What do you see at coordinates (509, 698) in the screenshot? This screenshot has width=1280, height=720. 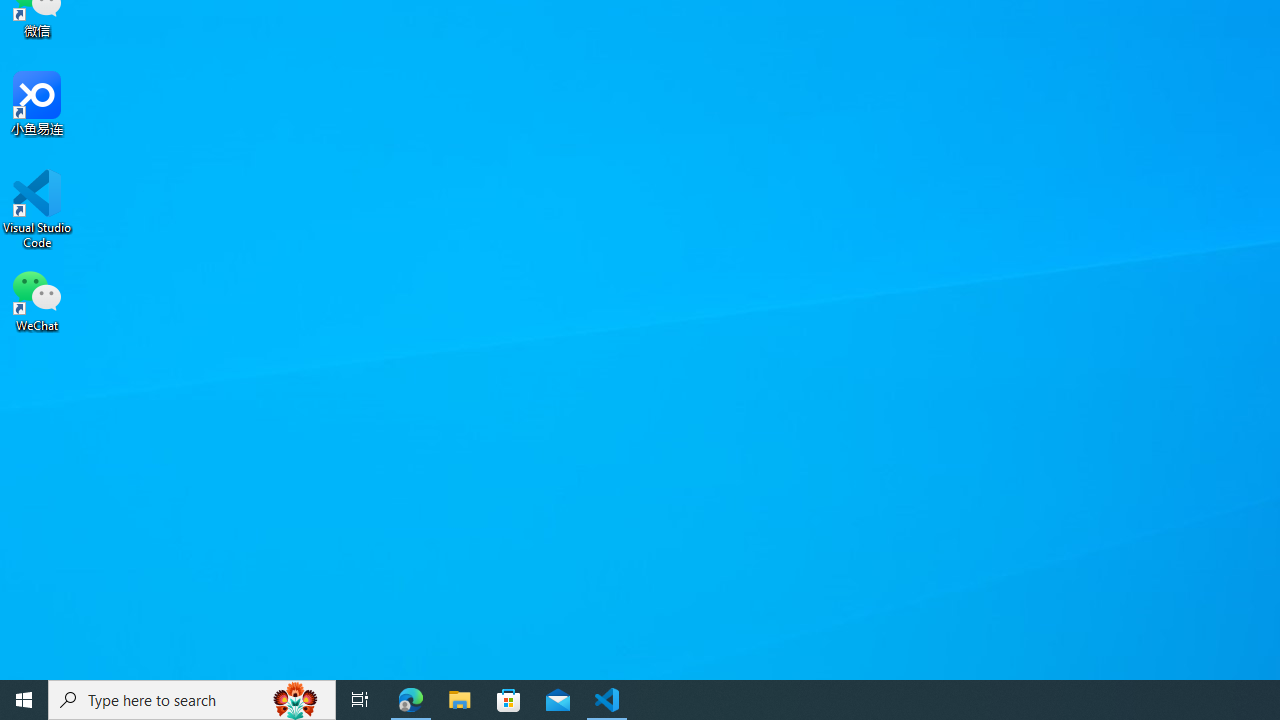 I see `'Microsoft Store'` at bounding box center [509, 698].